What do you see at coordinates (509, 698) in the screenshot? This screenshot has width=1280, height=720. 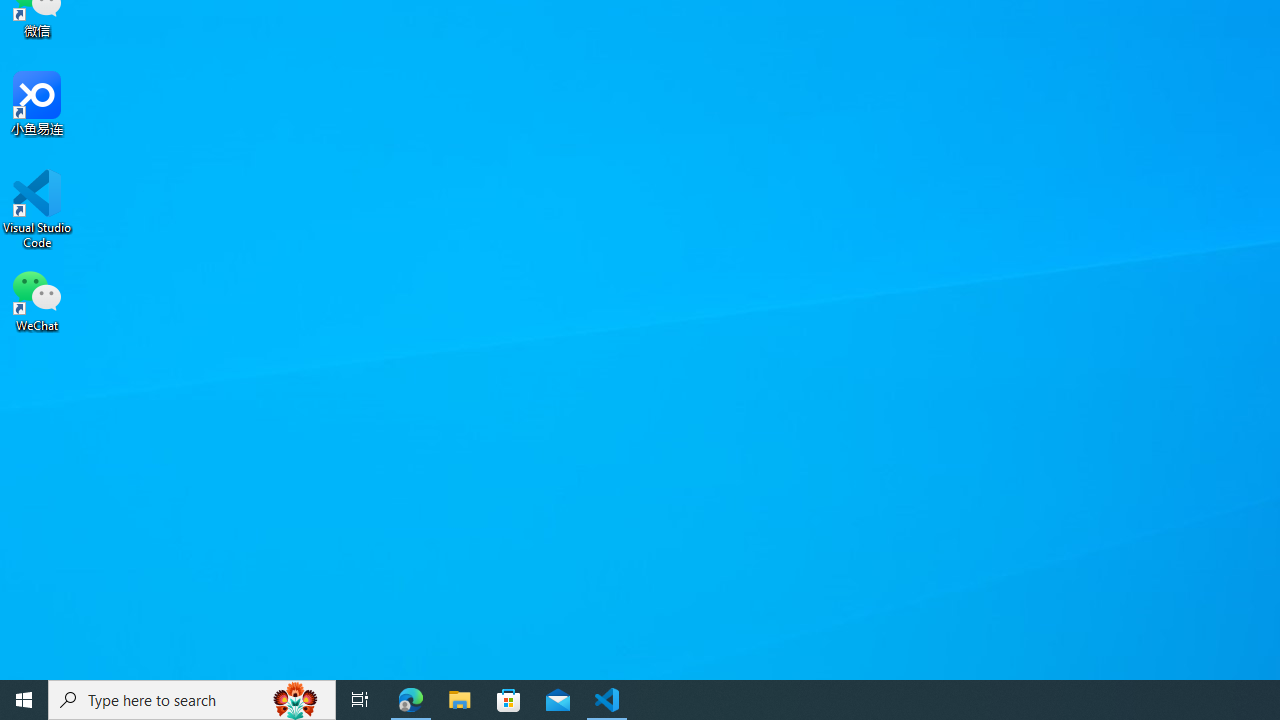 I see `'Microsoft Store'` at bounding box center [509, 698].